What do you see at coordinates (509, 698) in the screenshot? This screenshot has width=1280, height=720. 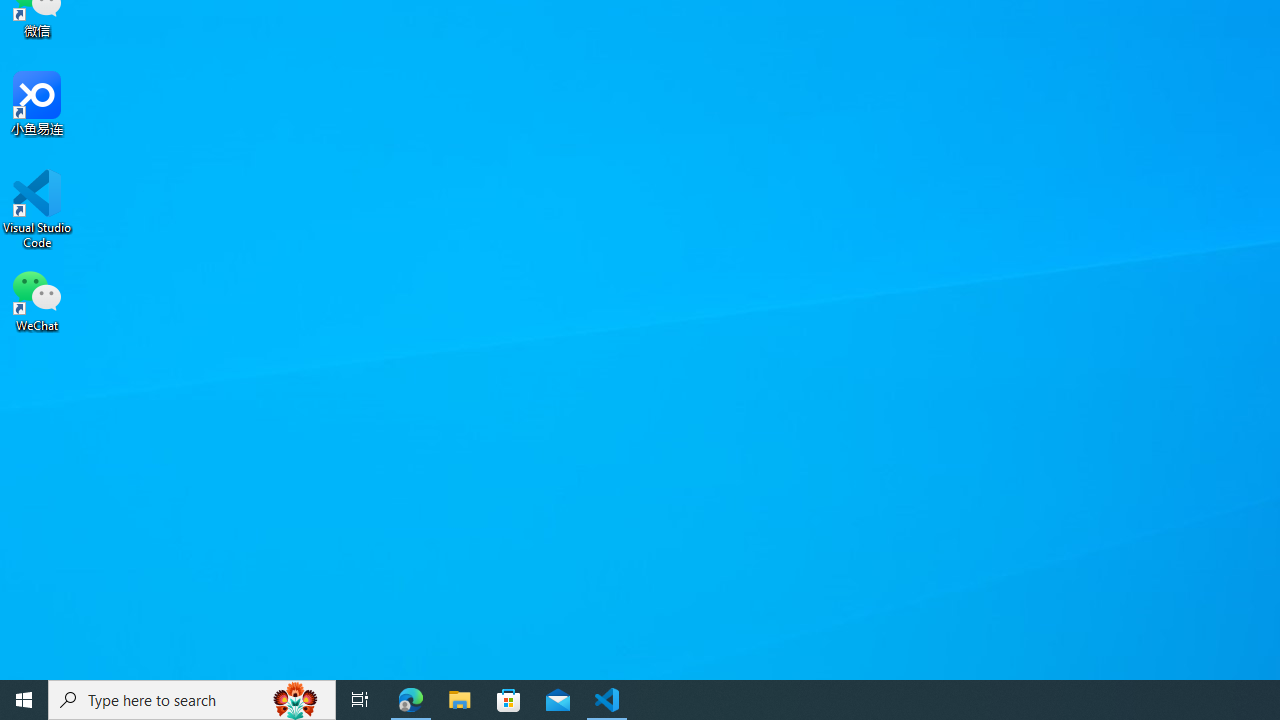 I see `'Microsoft Store'` at bounding box center [509, 698].